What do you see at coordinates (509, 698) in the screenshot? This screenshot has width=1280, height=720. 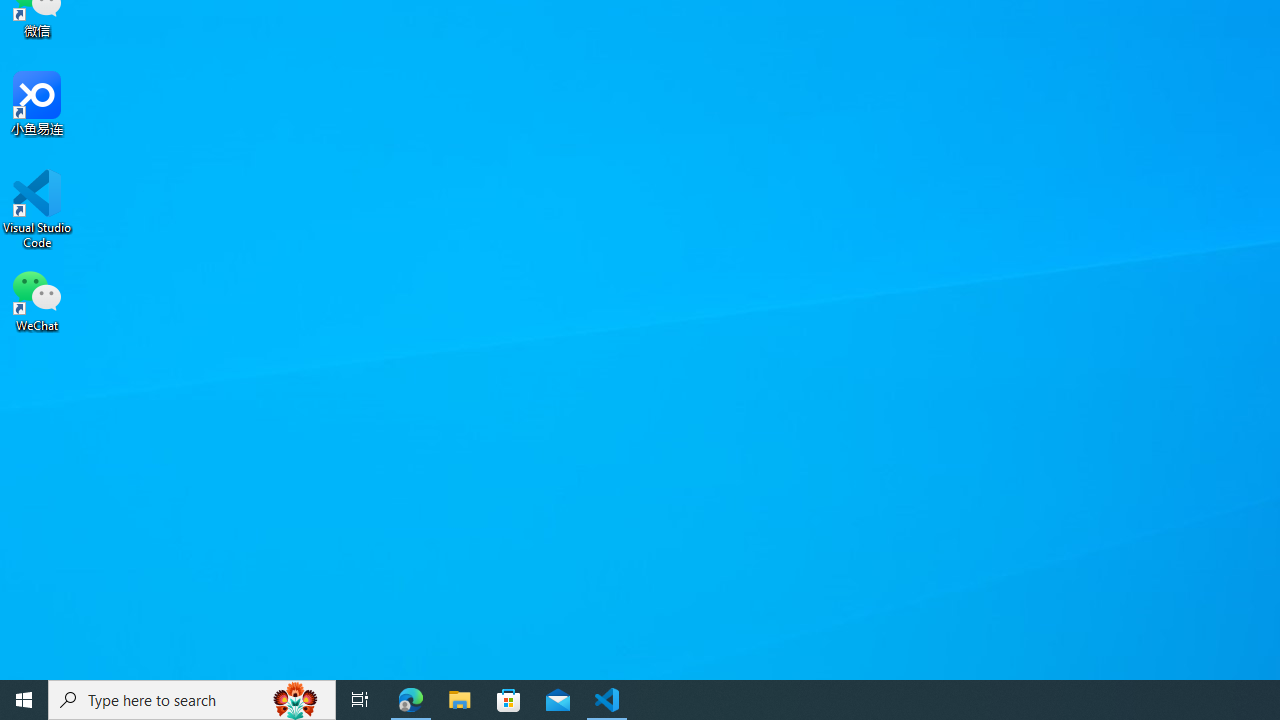 I see `'Microsoft Store'` at bounding box center [509, 698].